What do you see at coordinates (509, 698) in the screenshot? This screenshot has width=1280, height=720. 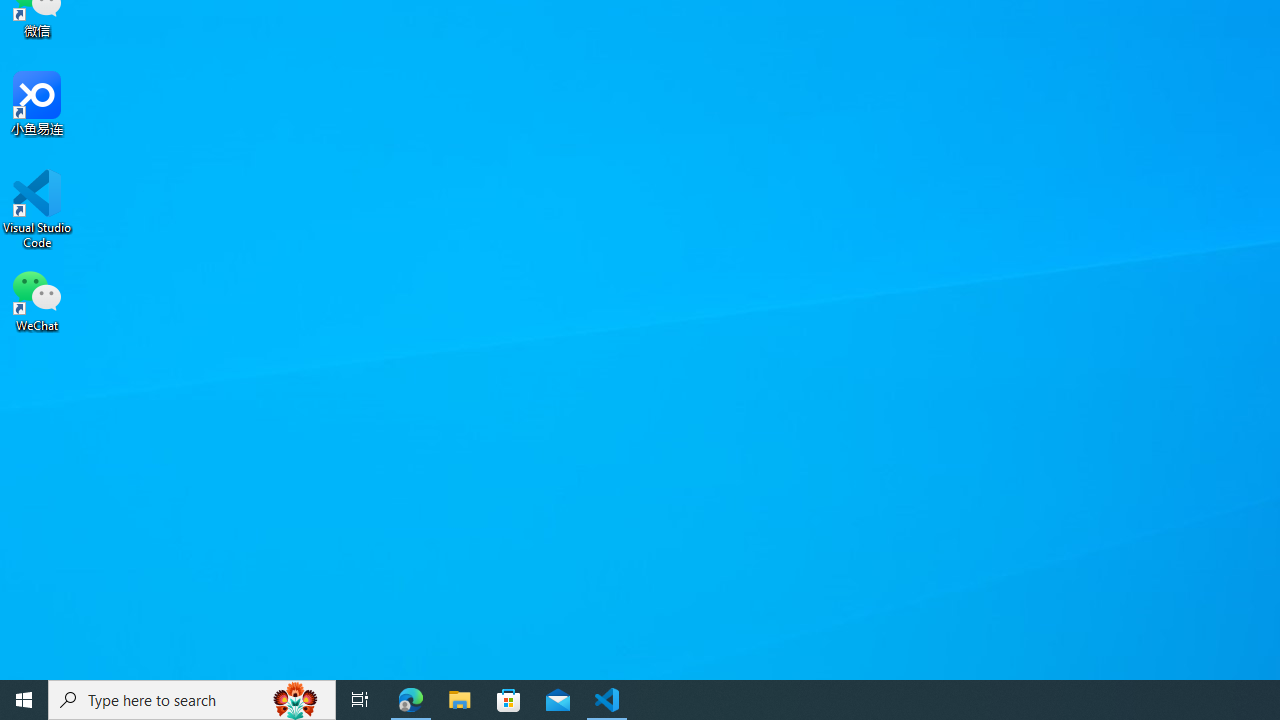 I see `'Microsoft Store'` at bounding box center [509, 698].